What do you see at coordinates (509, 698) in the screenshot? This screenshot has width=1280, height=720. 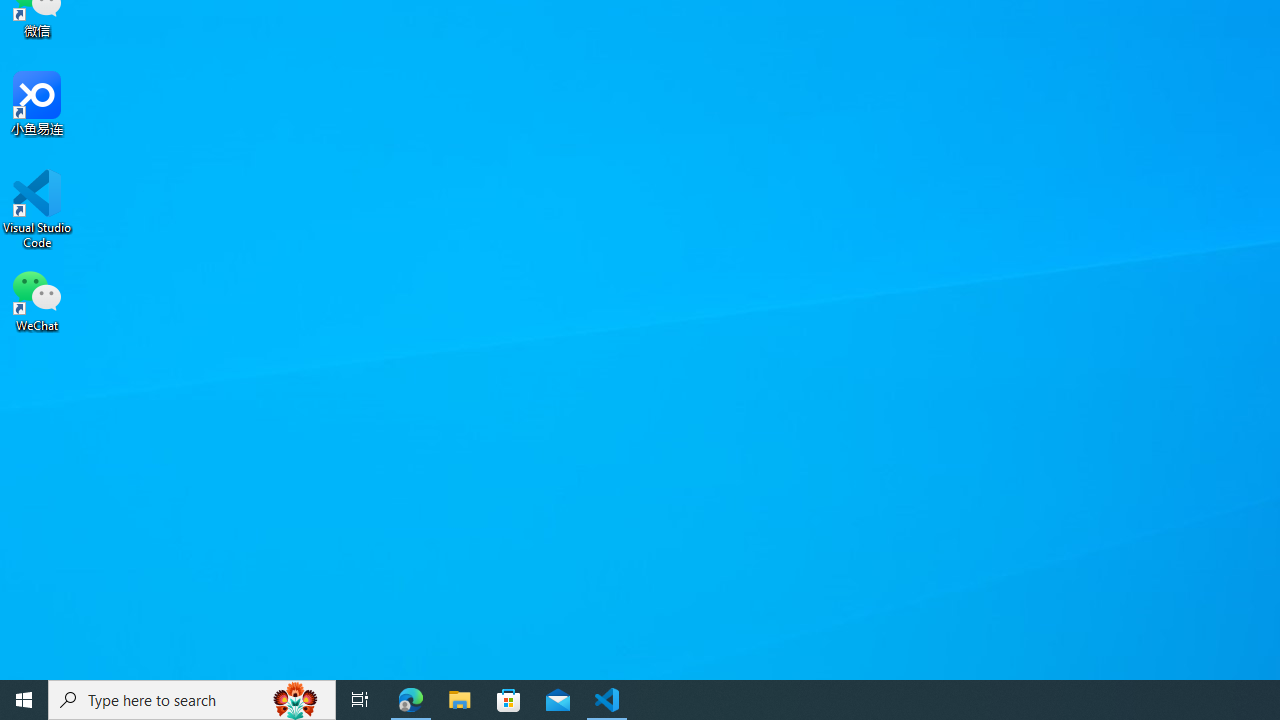 I see `'Microsoft Store'` at bounding box center [509, 698].